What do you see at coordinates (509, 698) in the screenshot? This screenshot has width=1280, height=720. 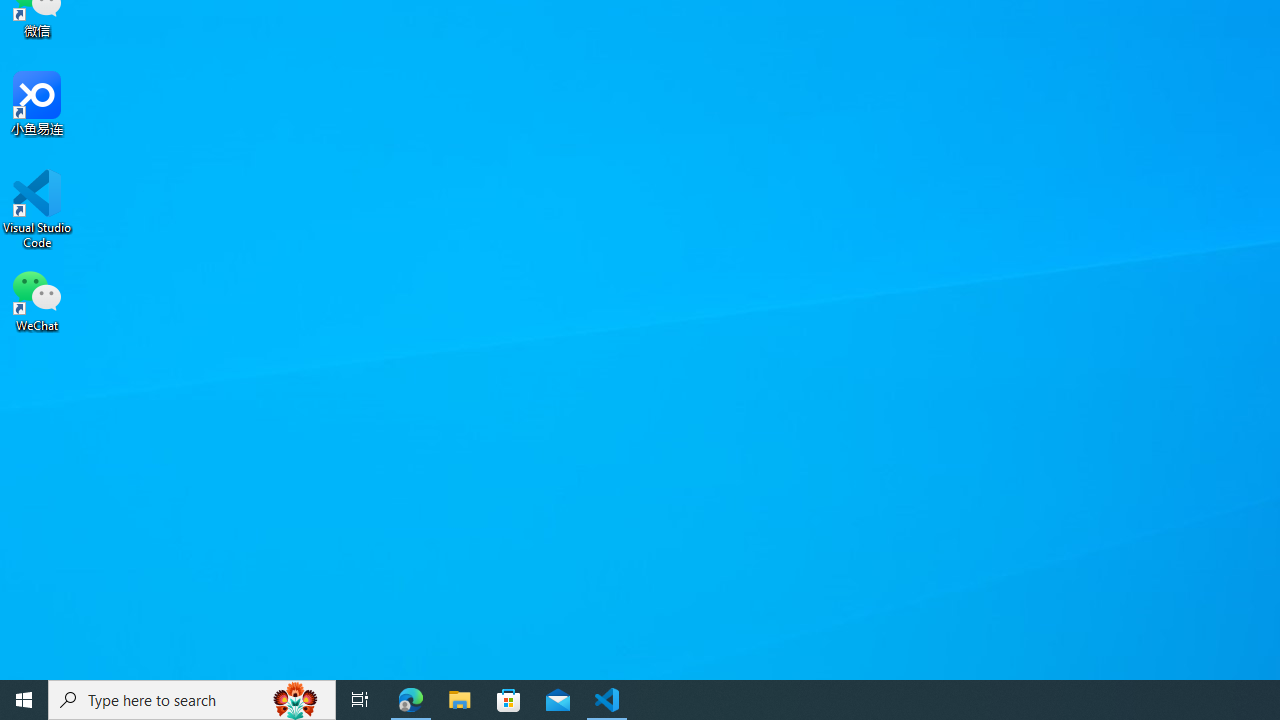 I see `'Microsoft Store'` at bounding box center [509, 698].